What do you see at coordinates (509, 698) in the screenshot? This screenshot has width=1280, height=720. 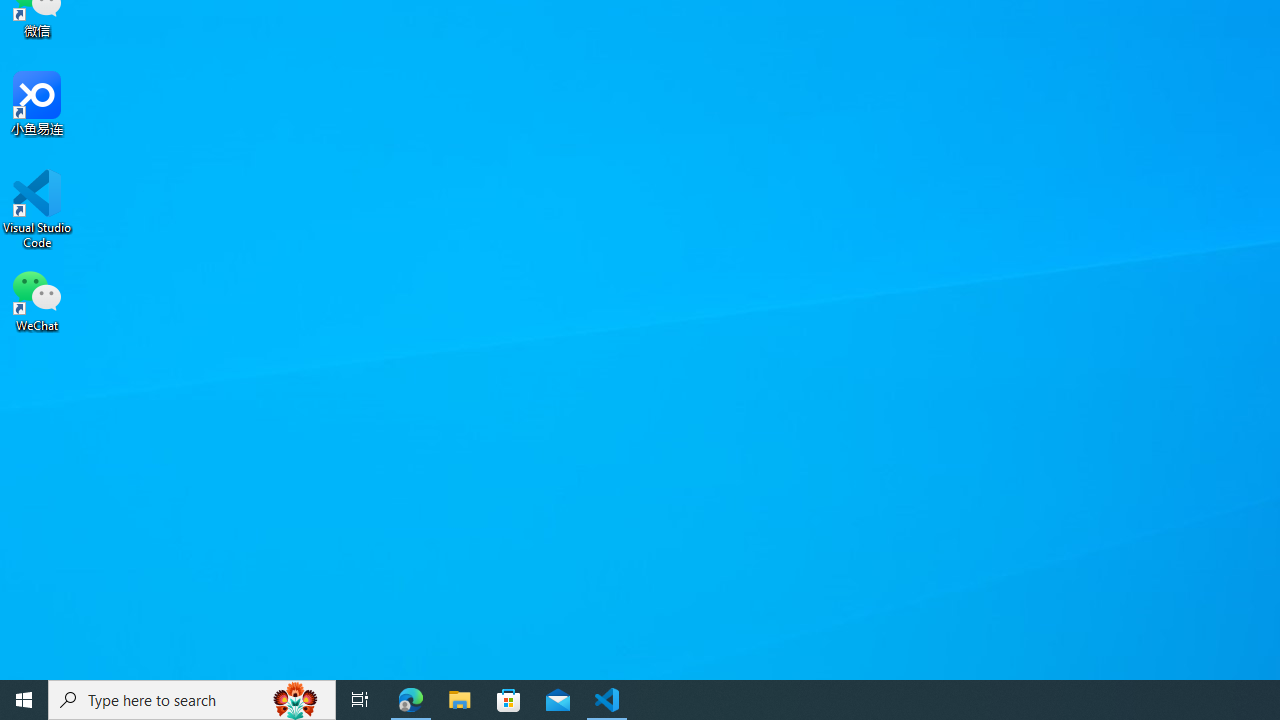 I see `'Microsoft Store'` at bounding box center [509, 698].